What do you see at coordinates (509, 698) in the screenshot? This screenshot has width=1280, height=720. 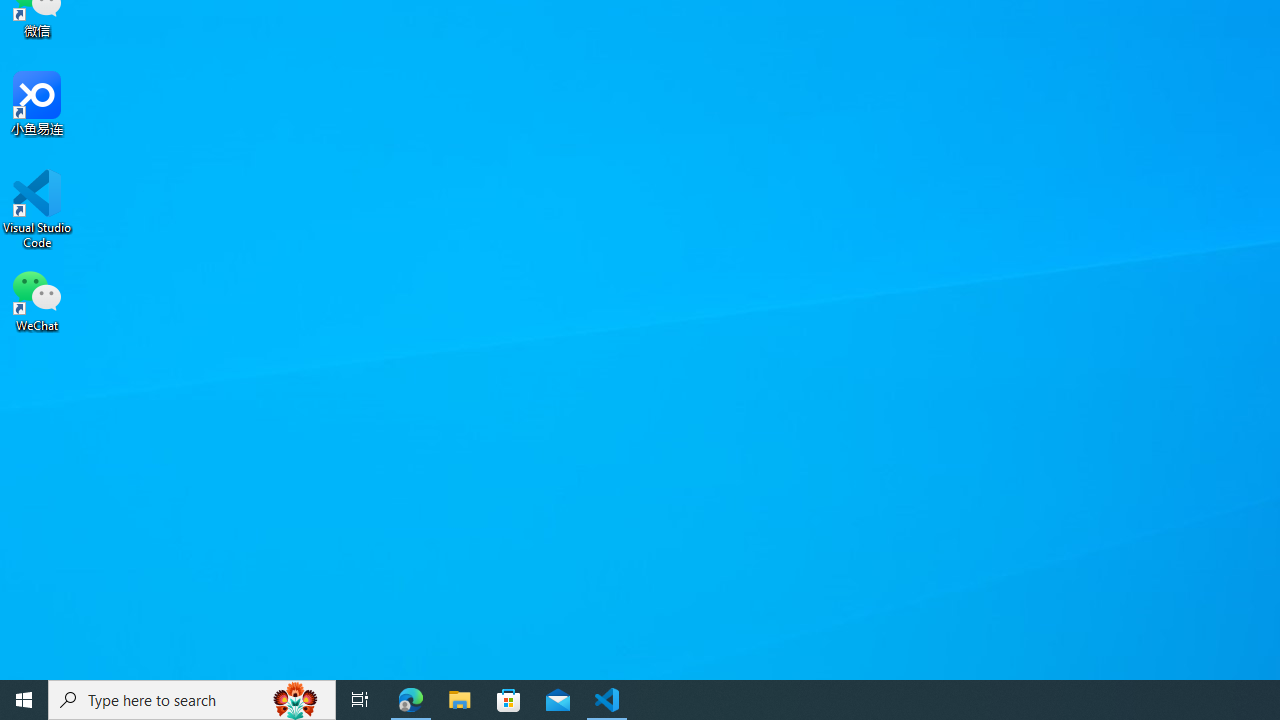 I see `'Microsoft Store'` at bounding box center [509, 698].